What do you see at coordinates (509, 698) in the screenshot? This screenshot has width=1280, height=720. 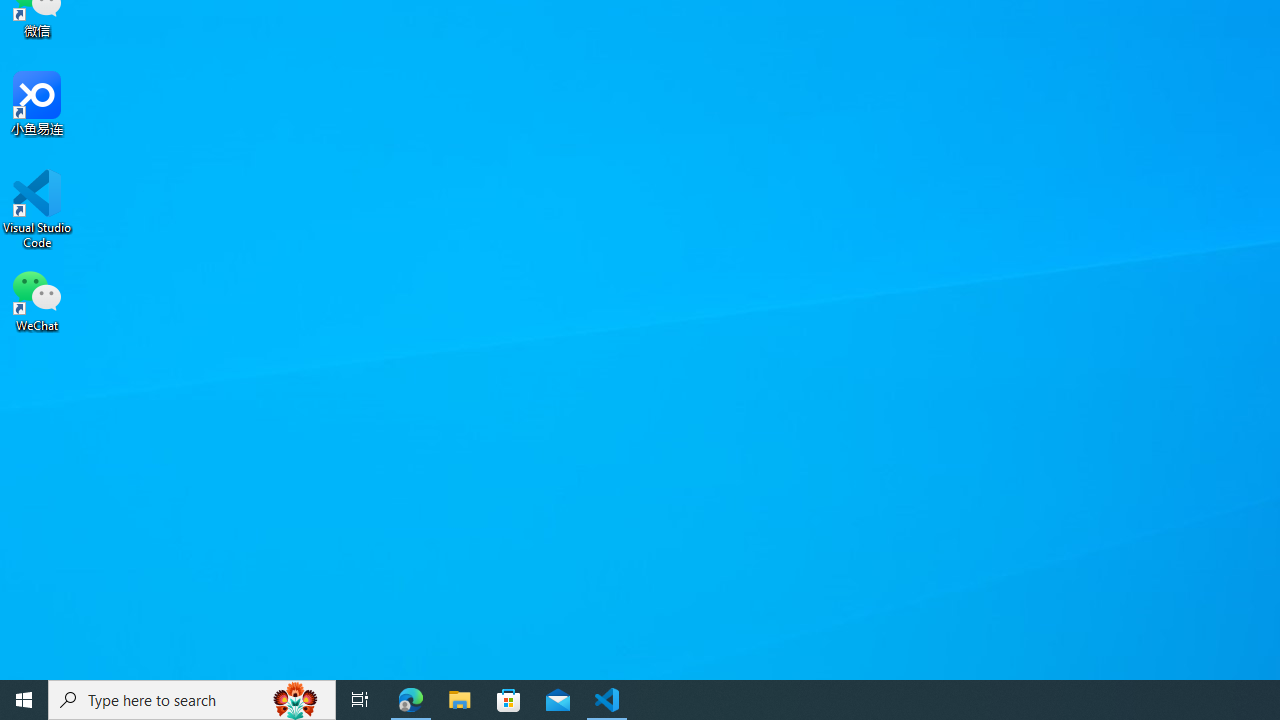 I see `'Microsoft Store'` at bounding box center [509, 698].